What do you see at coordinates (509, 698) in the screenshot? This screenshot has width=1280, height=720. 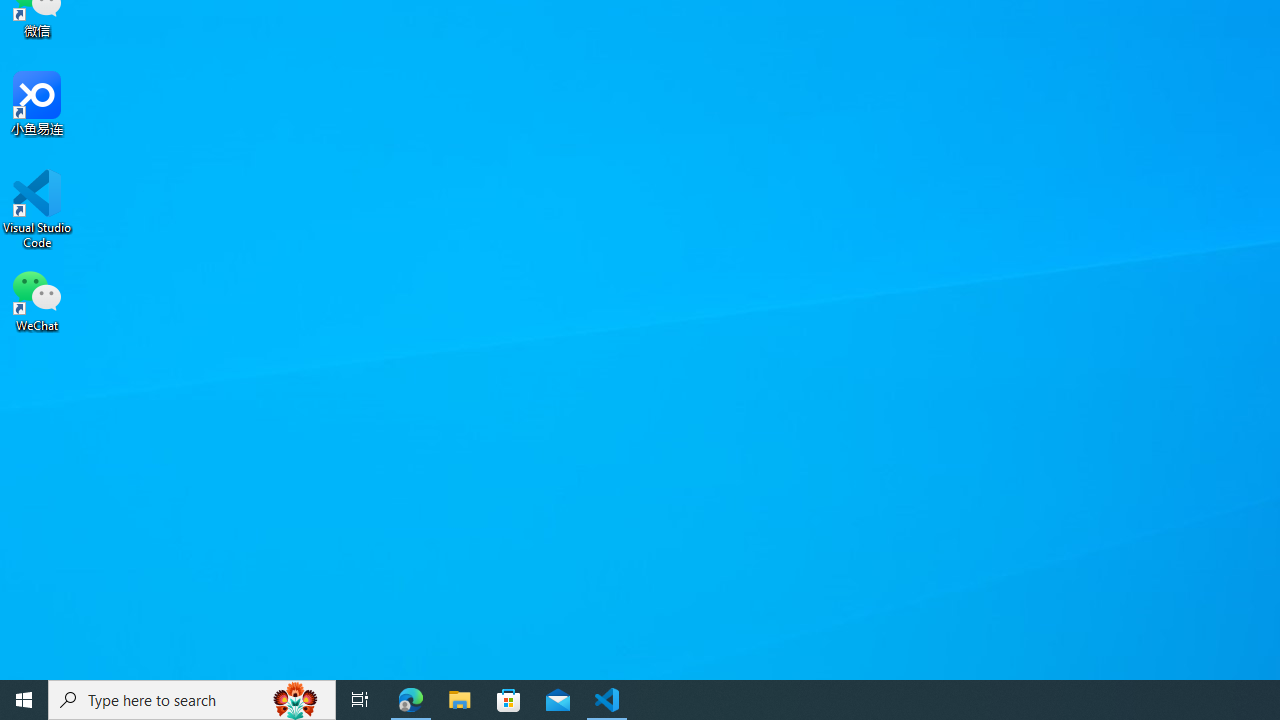 I see `'Microsoft Store'` at bounding box center [509, 698].